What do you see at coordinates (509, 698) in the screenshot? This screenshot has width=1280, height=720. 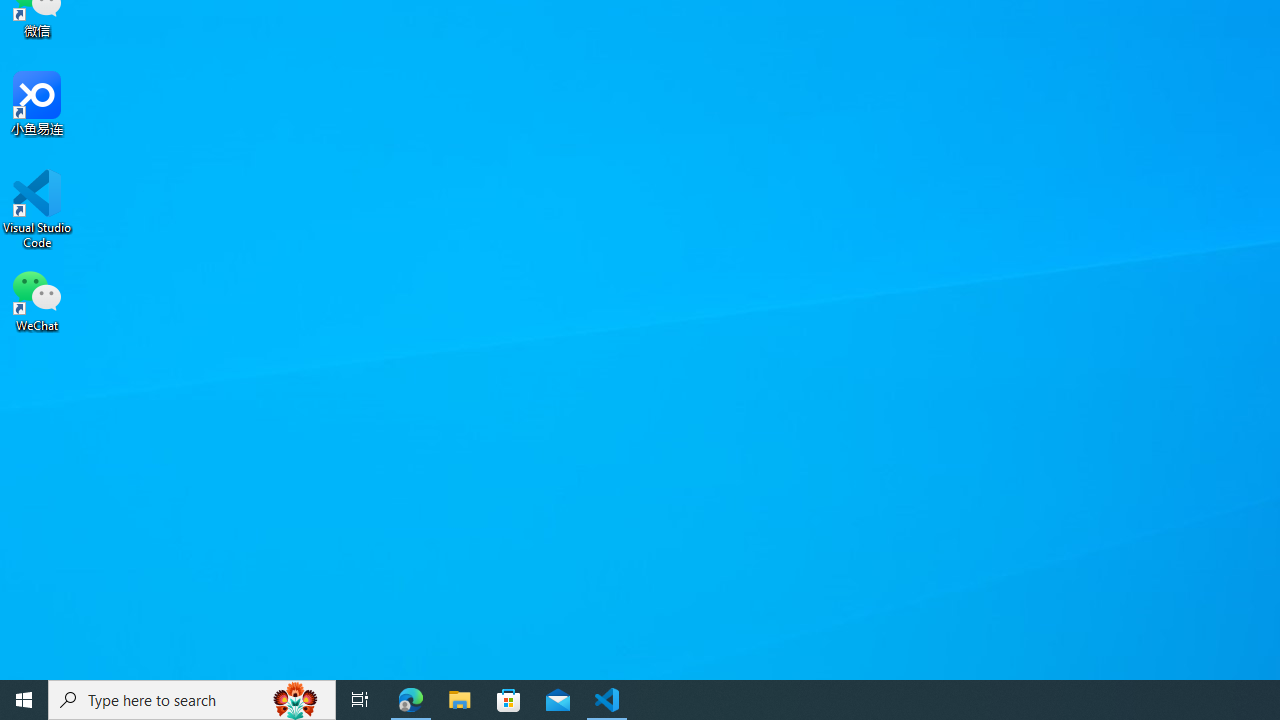 I see `'Microsoft Store'` at bounding box center [509, 698].